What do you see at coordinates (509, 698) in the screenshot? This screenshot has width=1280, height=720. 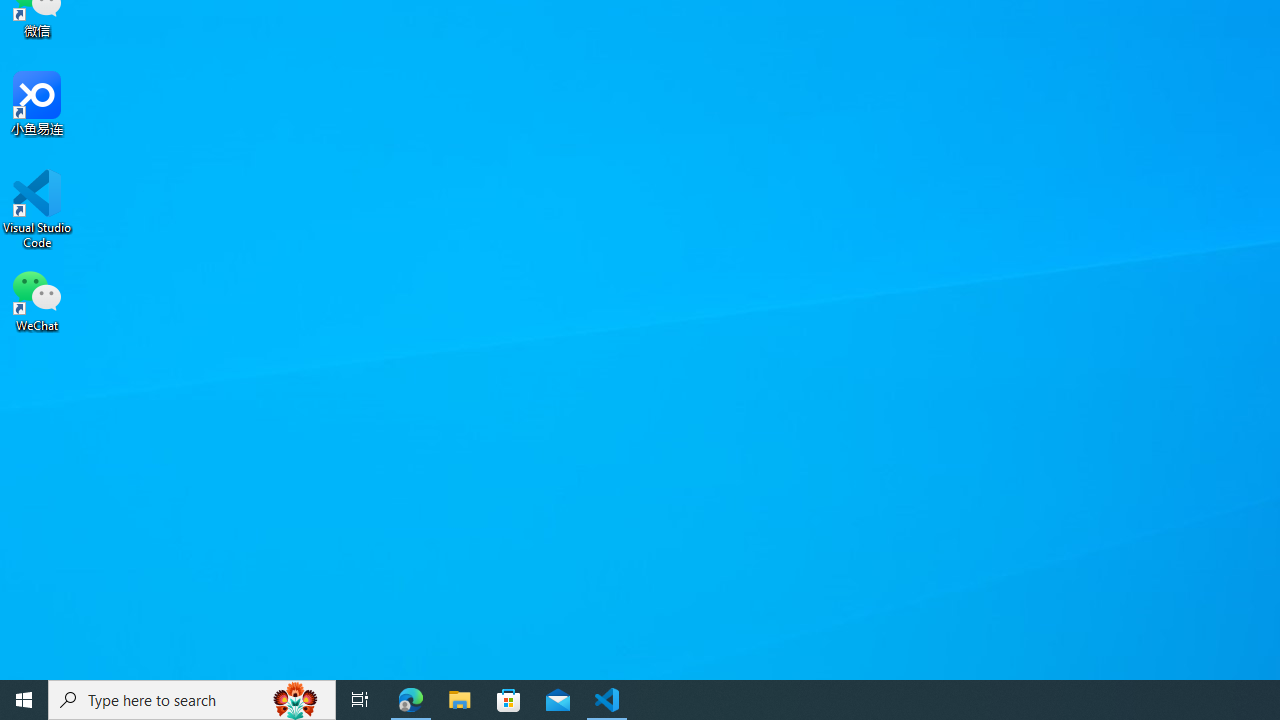 I see `'Microsoft Store'` at bounding box center [509, 698].